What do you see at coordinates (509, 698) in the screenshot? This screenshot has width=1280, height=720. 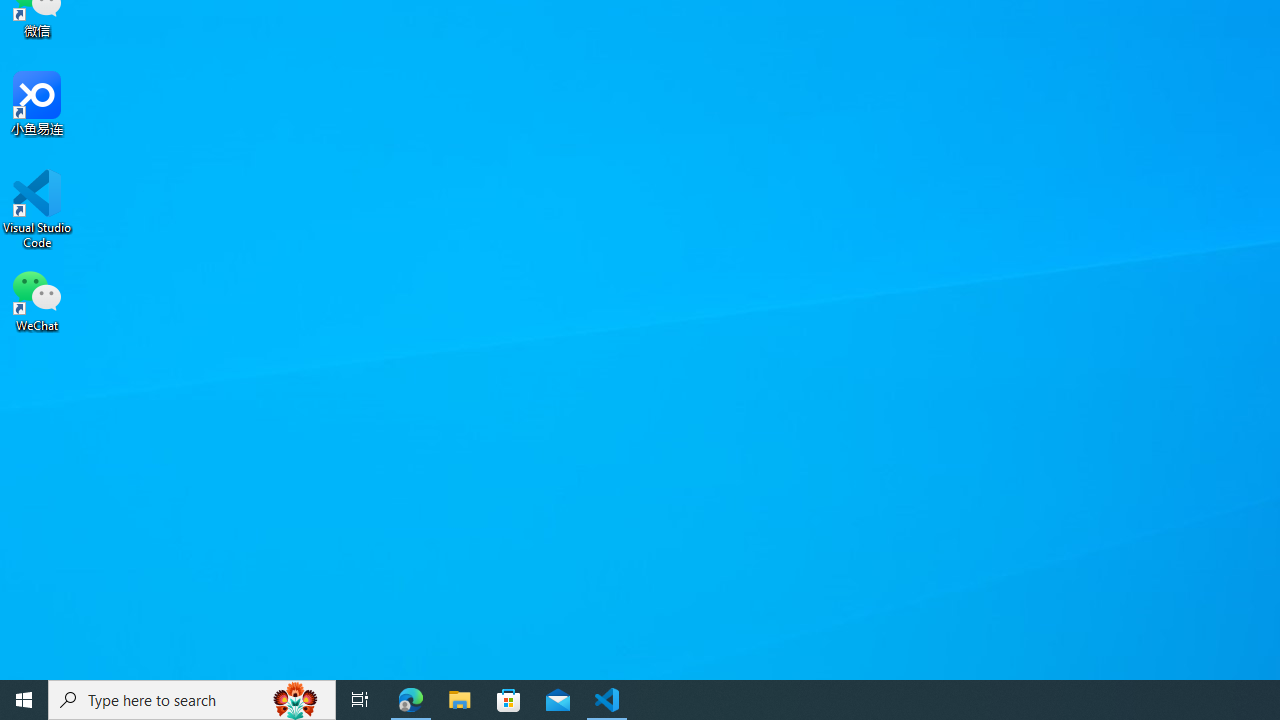 I see `'Microsoft Store'` at bounding box center [509, 698].